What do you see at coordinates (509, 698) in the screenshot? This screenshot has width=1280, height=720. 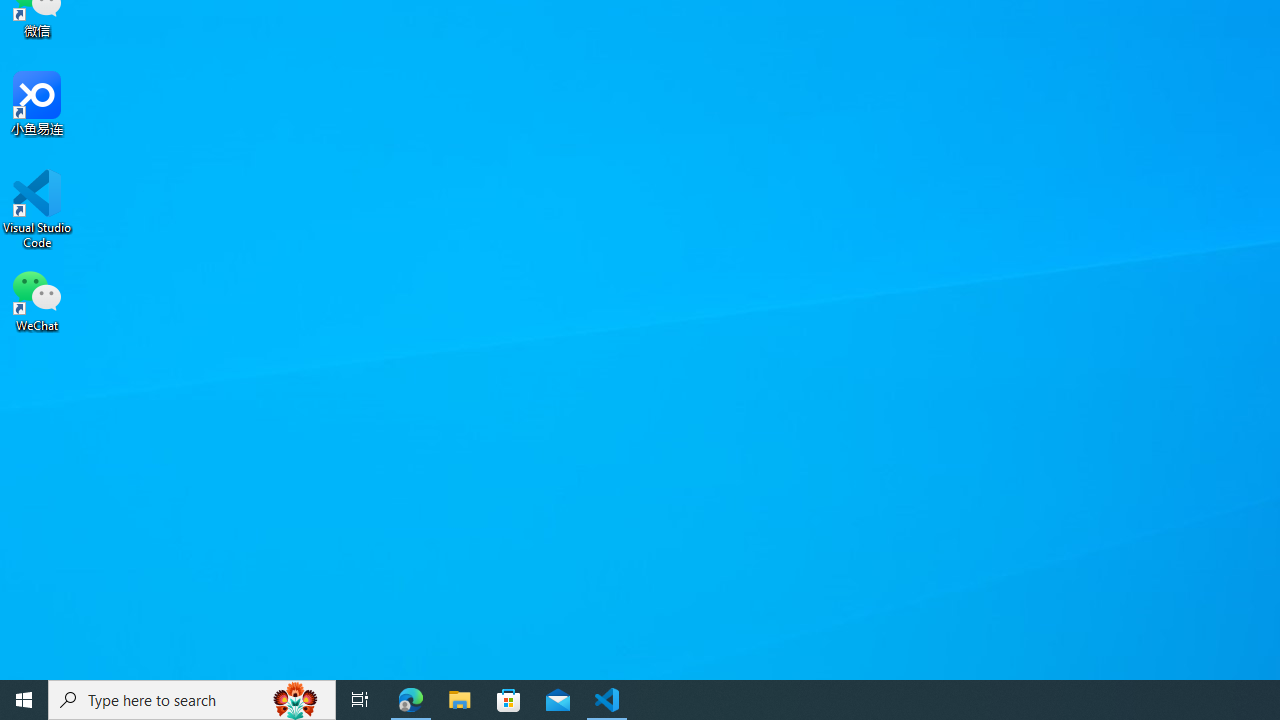 I see `'Microsoft Store'` at bounding box center [509, 698].